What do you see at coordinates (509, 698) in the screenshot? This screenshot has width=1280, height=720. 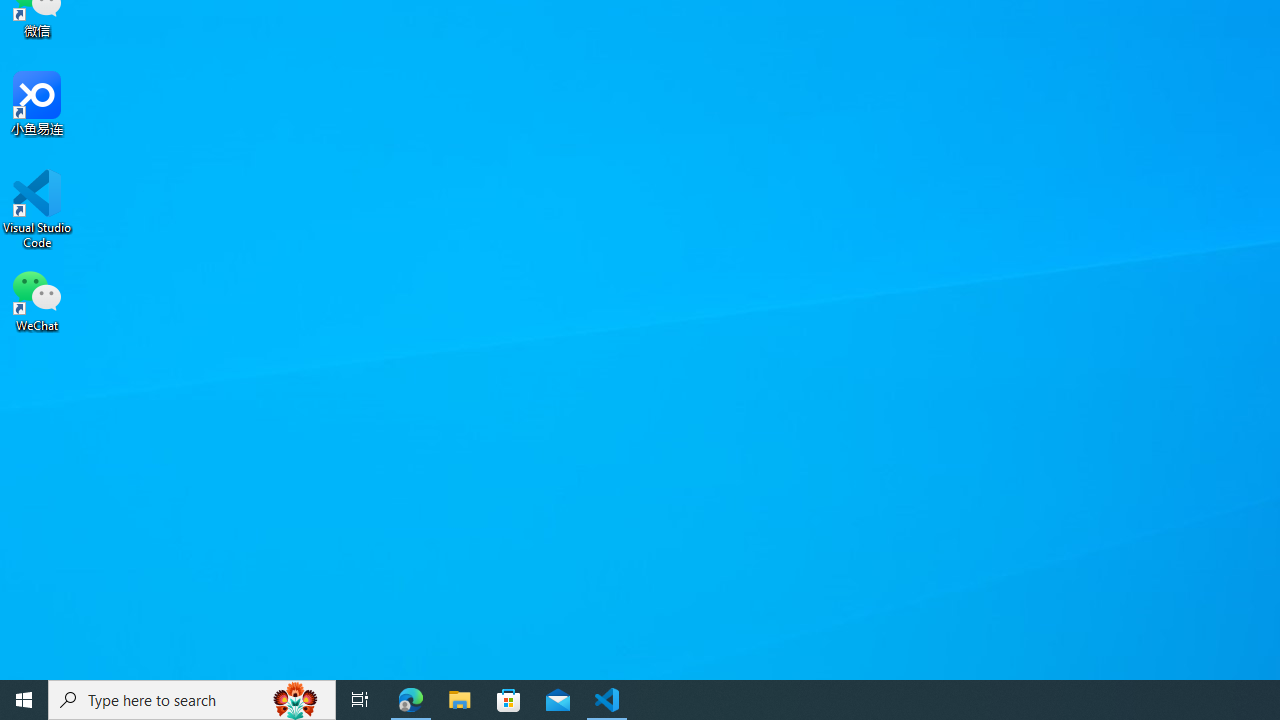 I see `'Microsoft Store'` at bounding box center [509, 698].